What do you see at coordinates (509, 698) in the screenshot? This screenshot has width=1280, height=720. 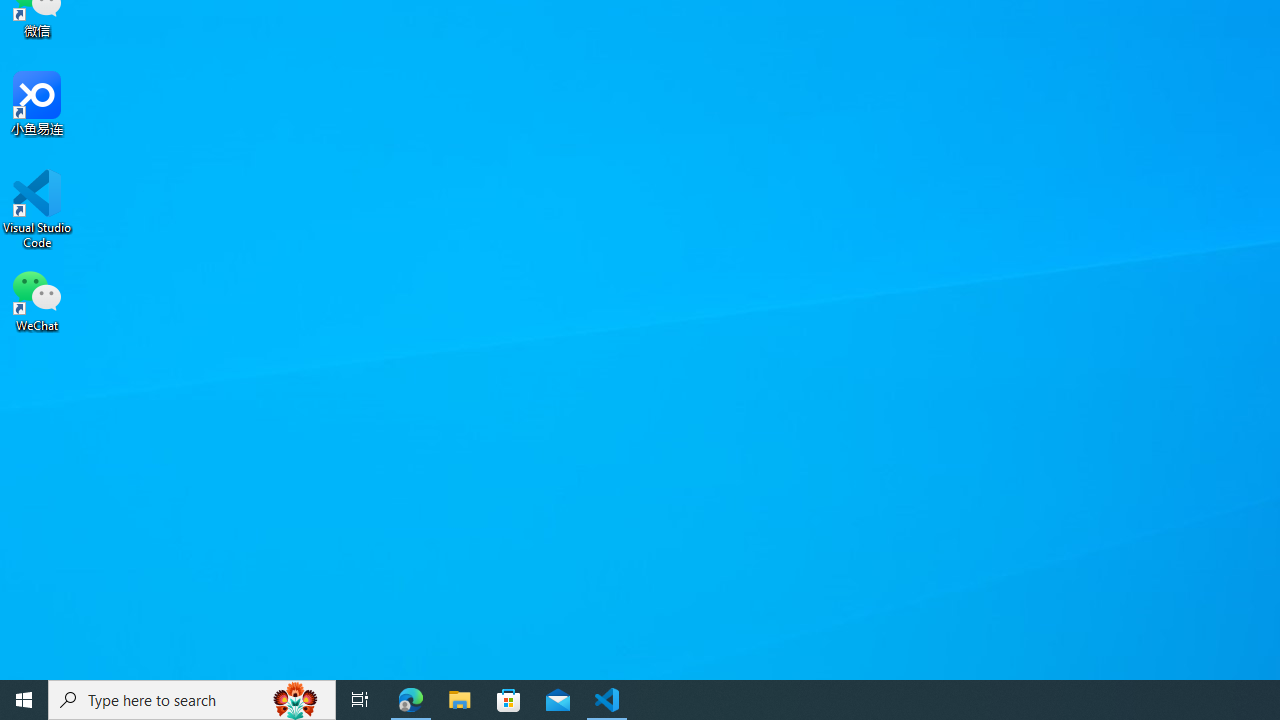 I see `'Microsoft Store'` at bounding box center [509, 698].